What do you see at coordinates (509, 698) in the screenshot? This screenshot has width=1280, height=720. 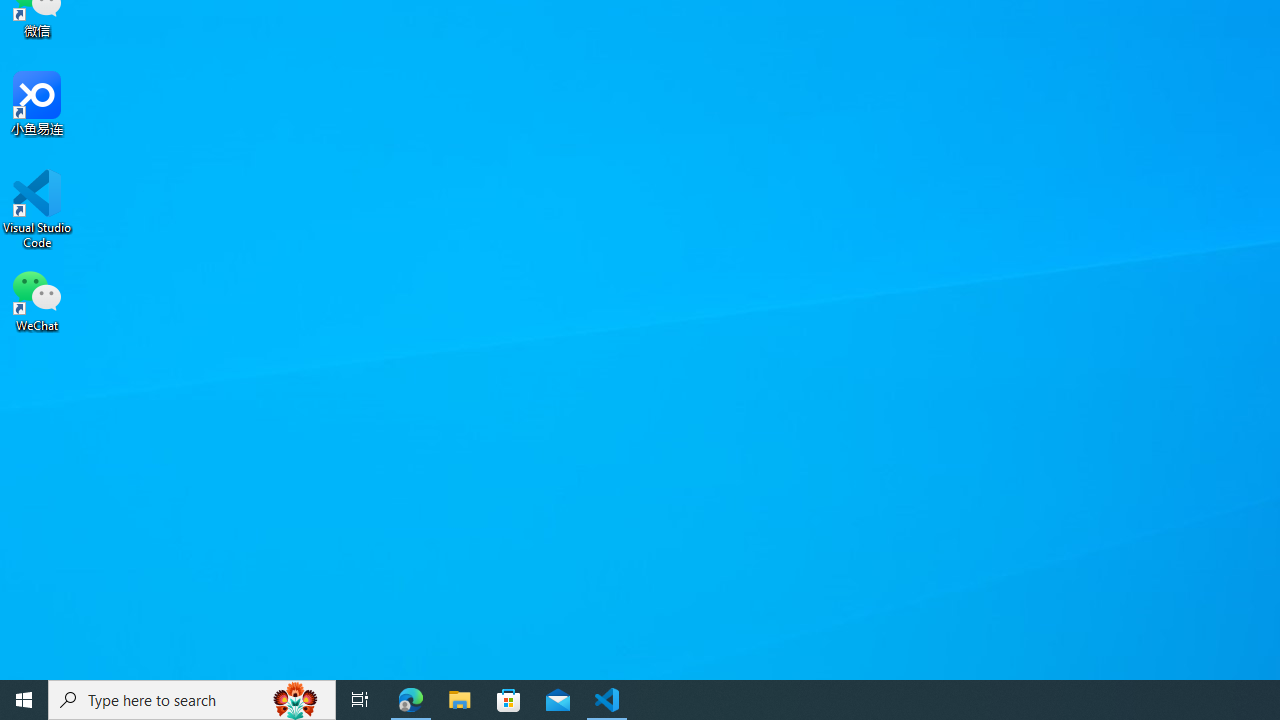 I see `'Microsoft Store'` at bounding box center [509, 698].